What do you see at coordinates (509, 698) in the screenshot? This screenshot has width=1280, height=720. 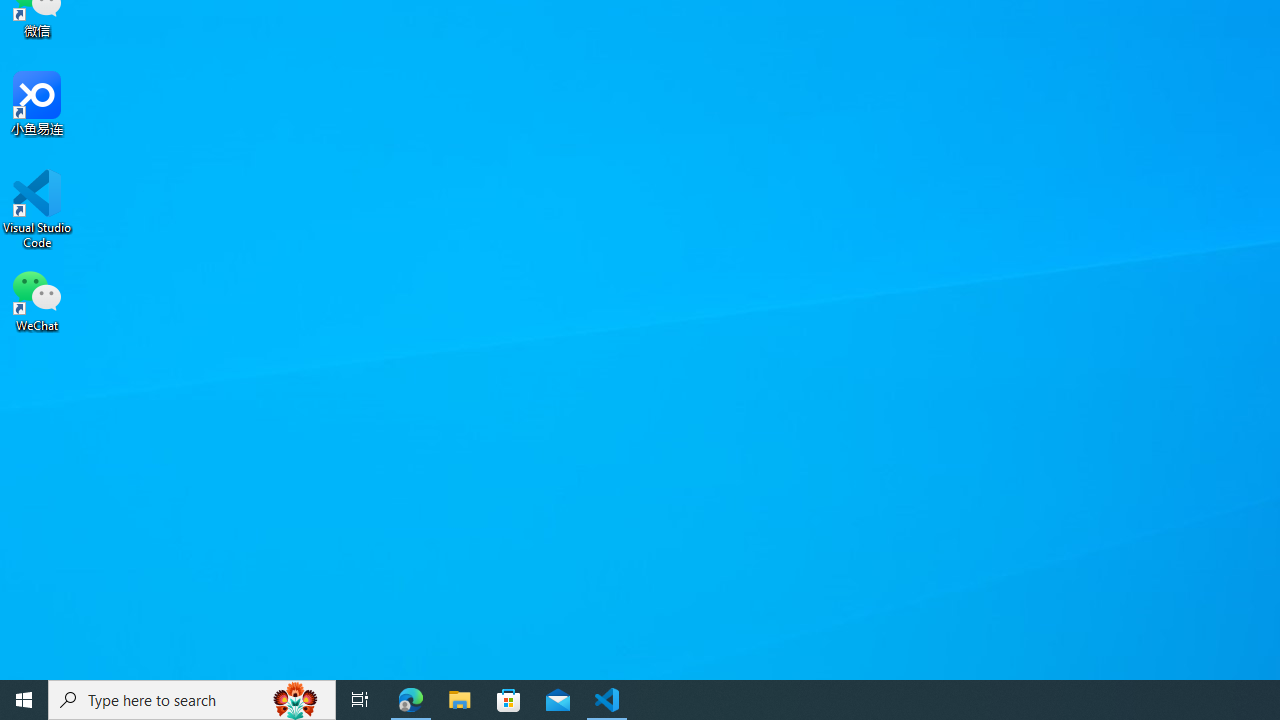 I see `'Microsoft Store'` at bounding box center [509, 698].